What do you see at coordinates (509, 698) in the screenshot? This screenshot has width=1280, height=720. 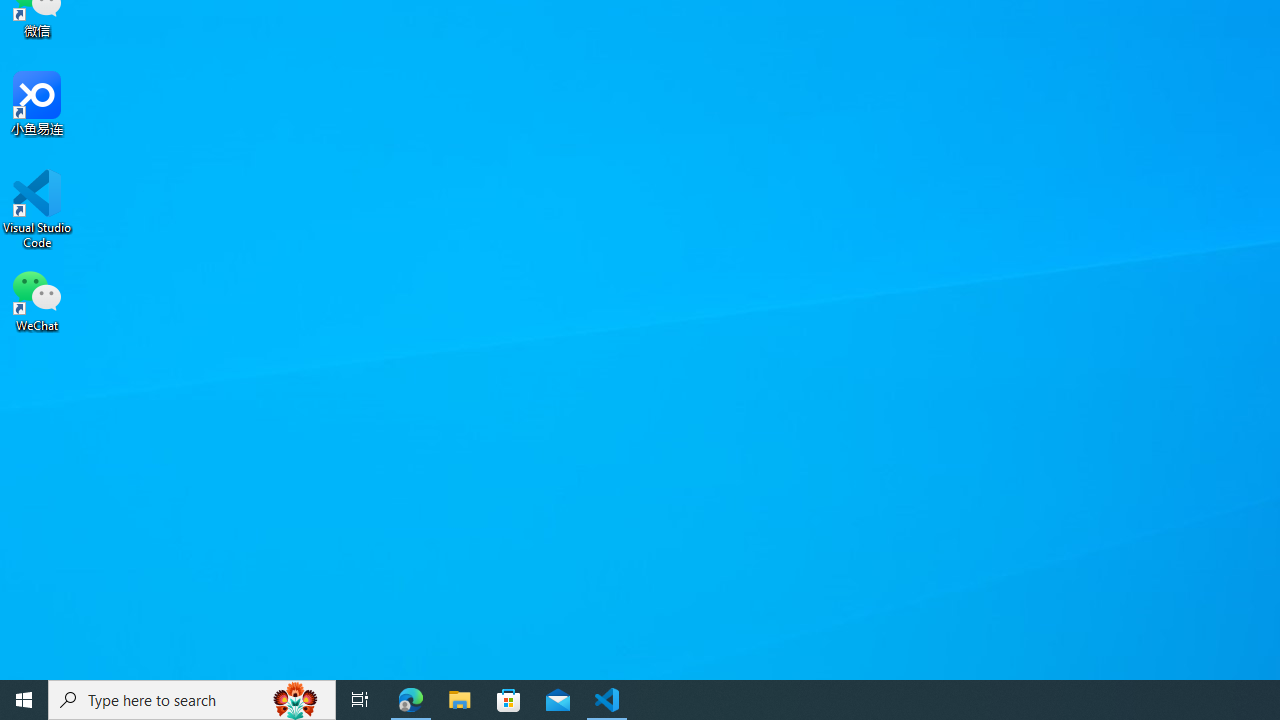 I see `'Microsoft Store'` at bounding box center [509, 698].